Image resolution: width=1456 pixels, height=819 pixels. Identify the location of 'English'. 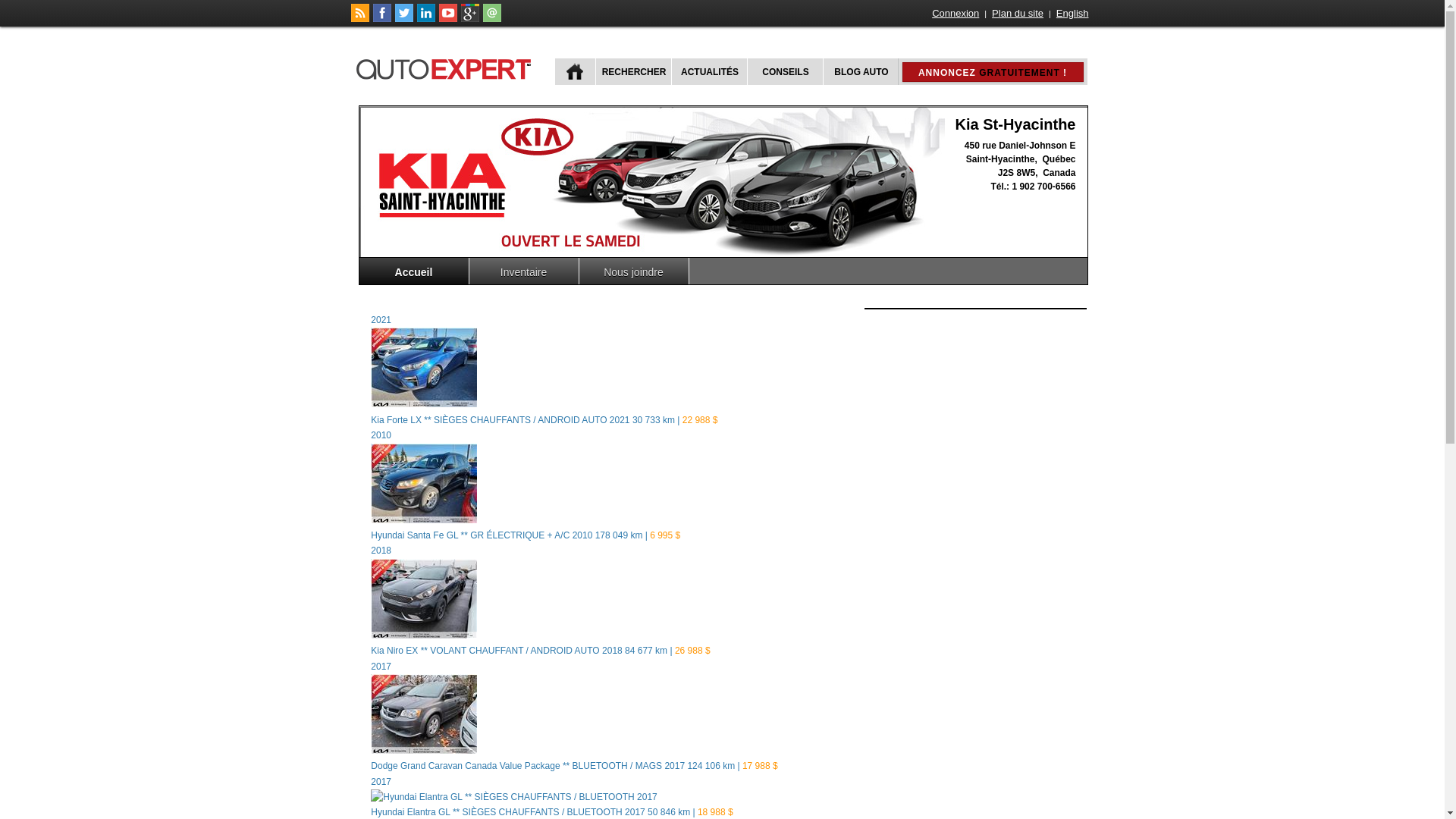
(1072, 13).